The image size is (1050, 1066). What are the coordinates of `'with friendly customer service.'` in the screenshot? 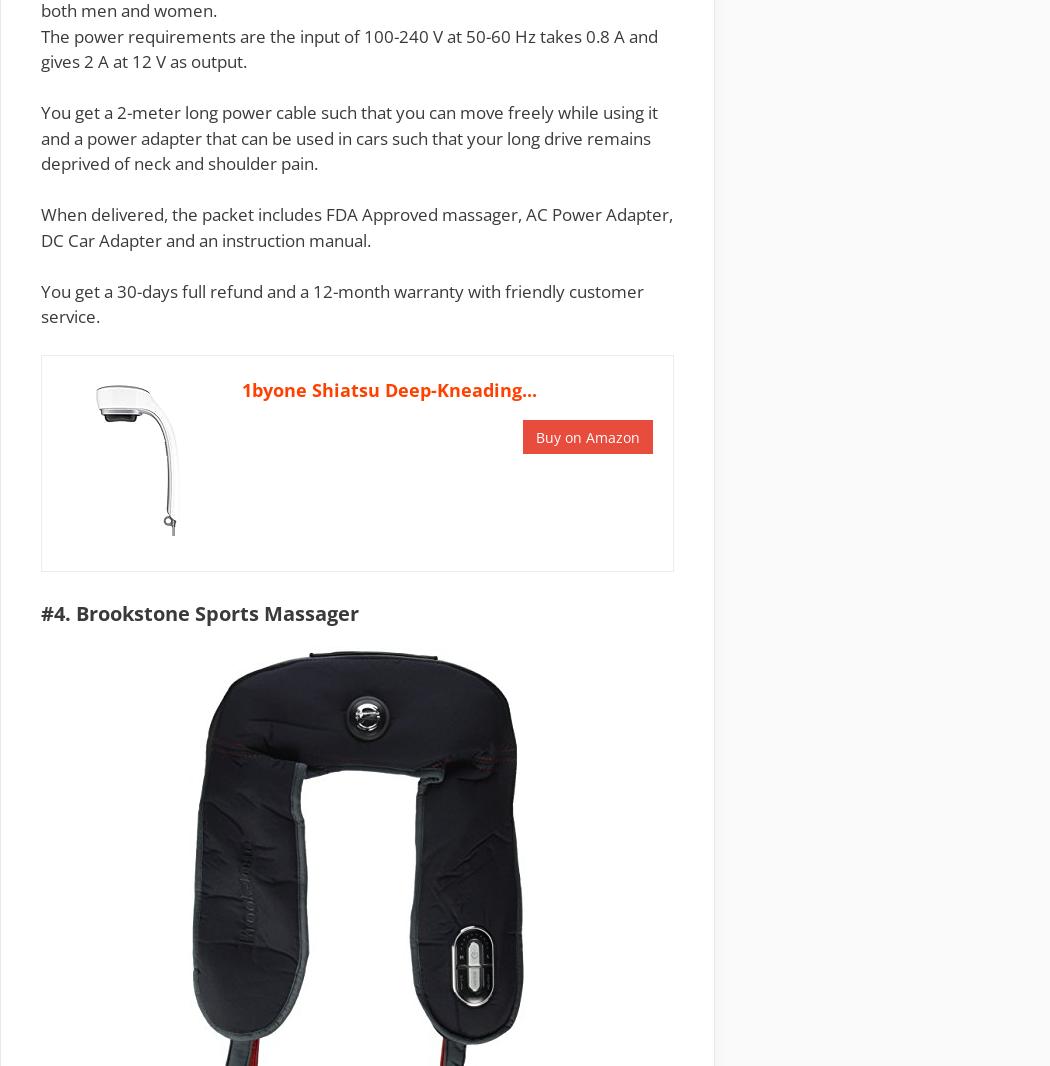 It's located at (39, 303).